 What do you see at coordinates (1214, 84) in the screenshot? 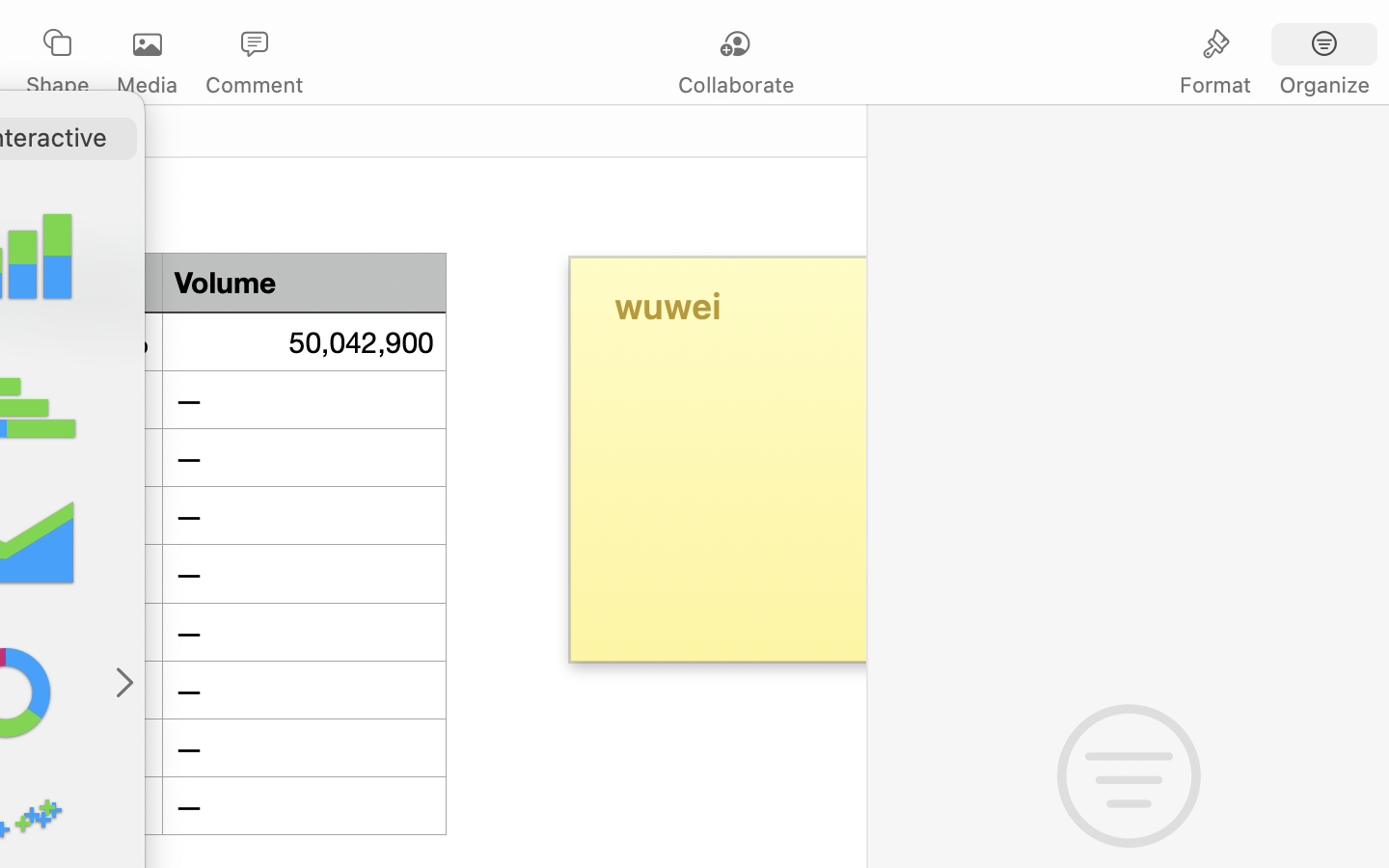
I see `'Format'` at bounding box center [1214, 84].